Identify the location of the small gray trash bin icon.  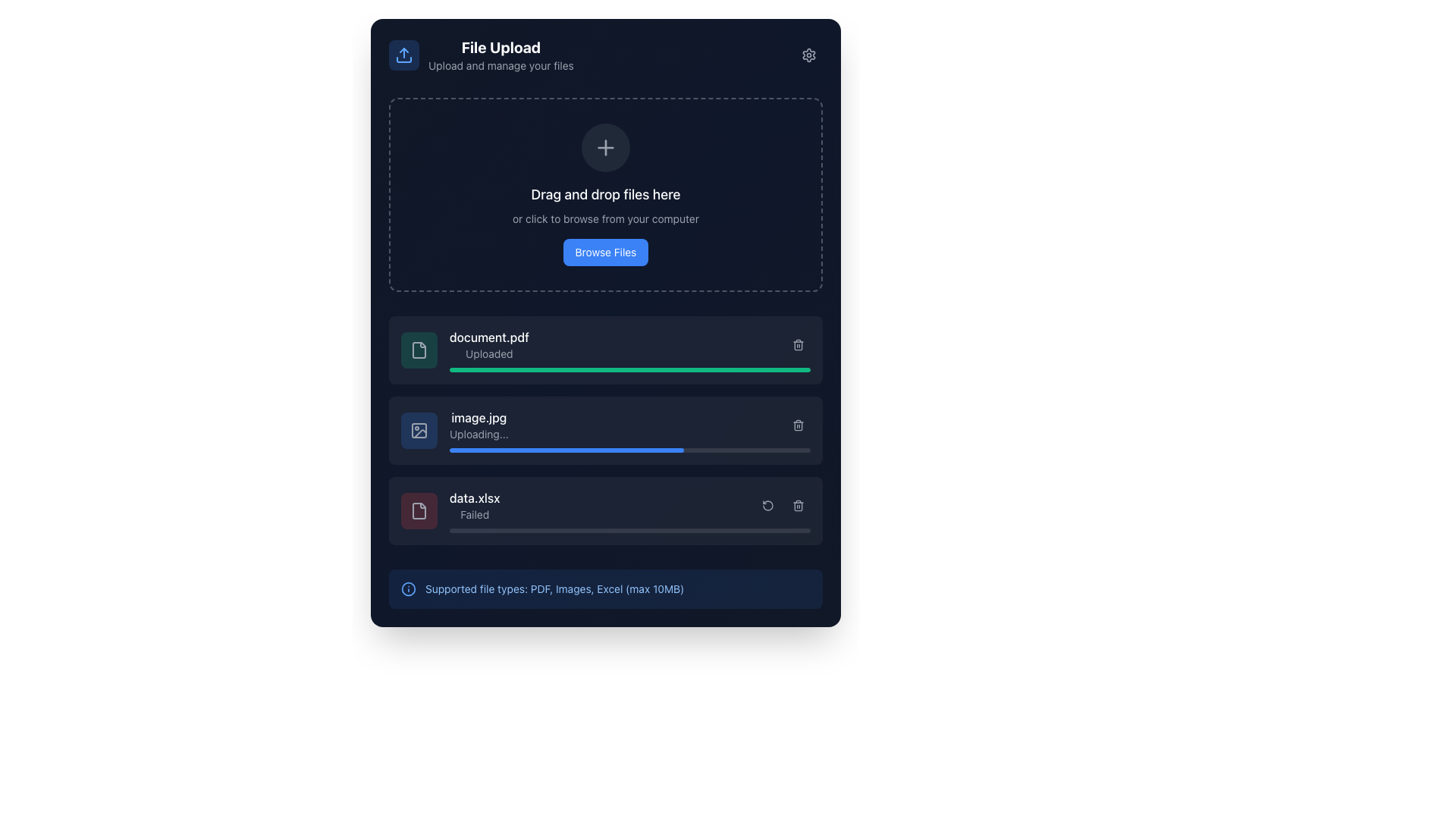
(797, 506).